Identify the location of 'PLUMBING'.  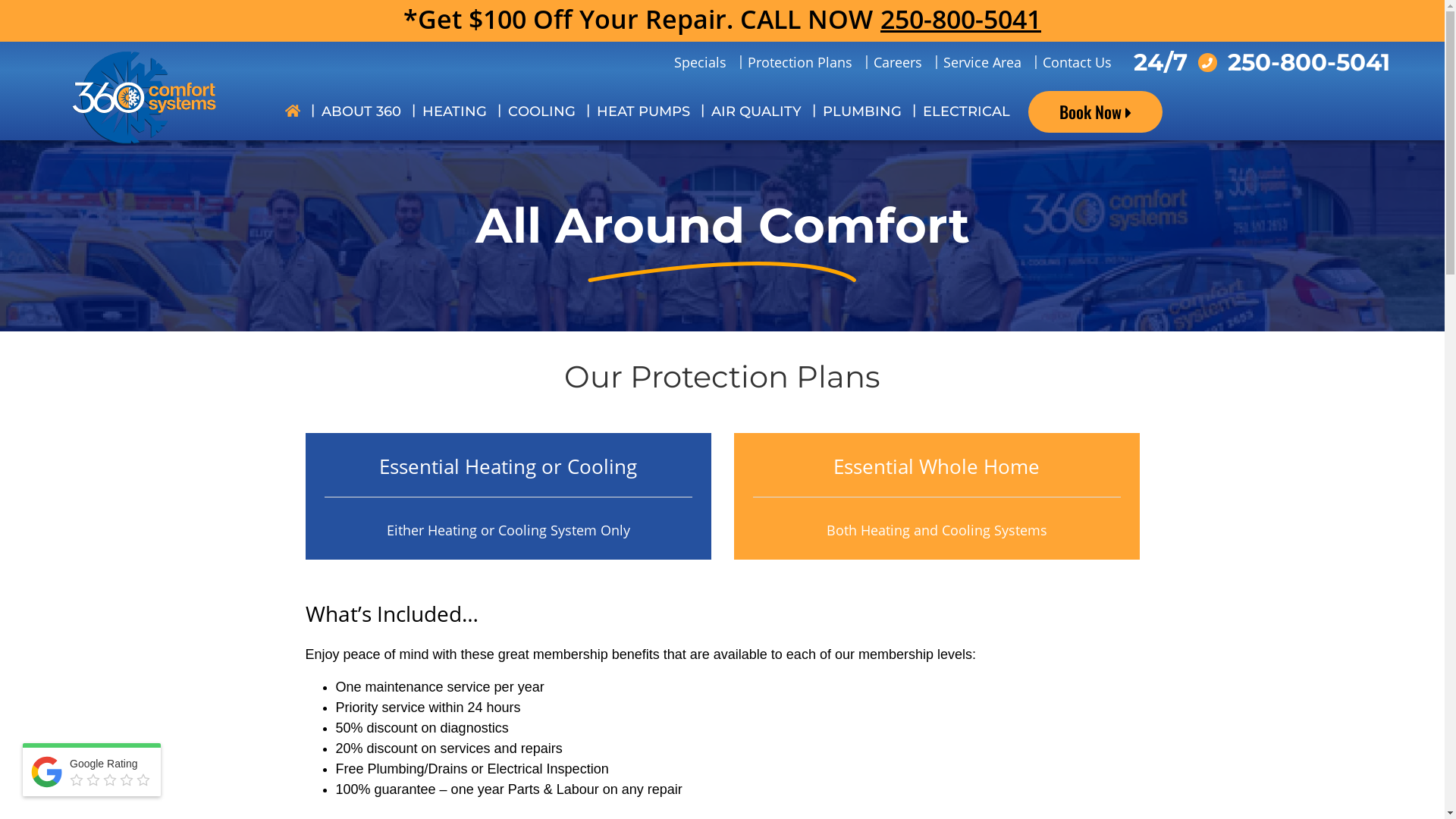
(862, 111).